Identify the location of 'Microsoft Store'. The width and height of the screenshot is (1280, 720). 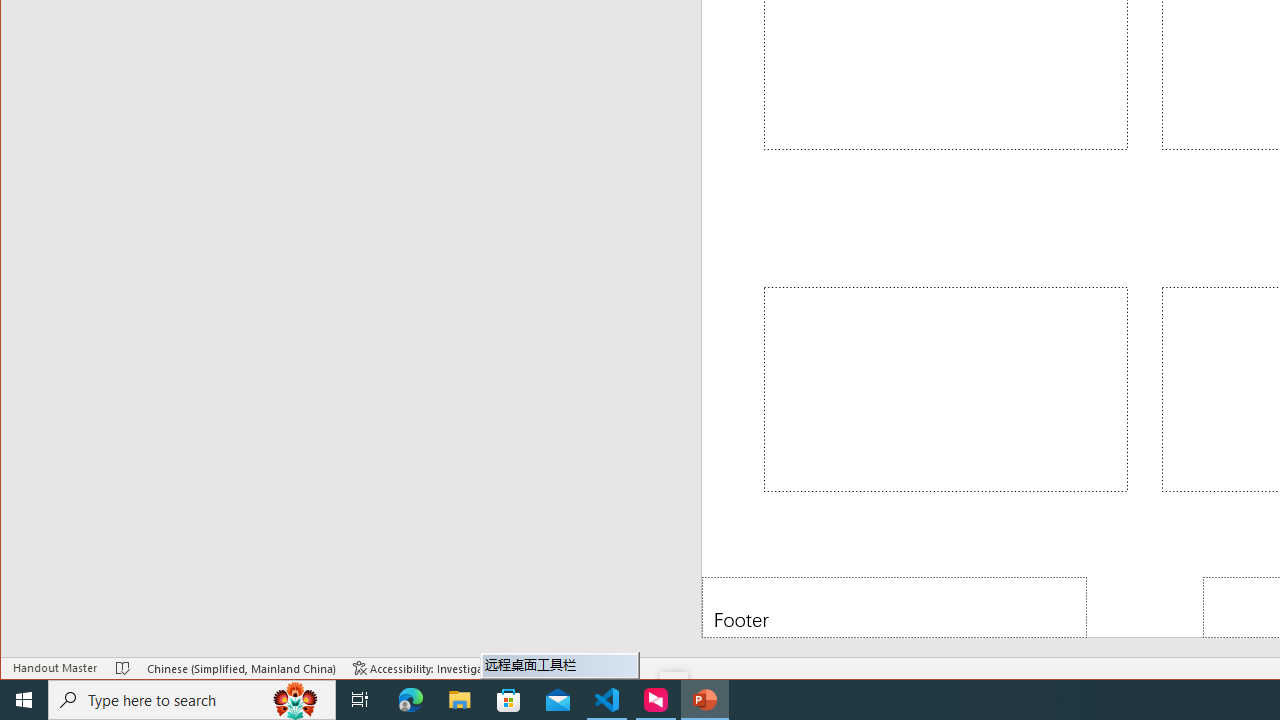
(509, 698).